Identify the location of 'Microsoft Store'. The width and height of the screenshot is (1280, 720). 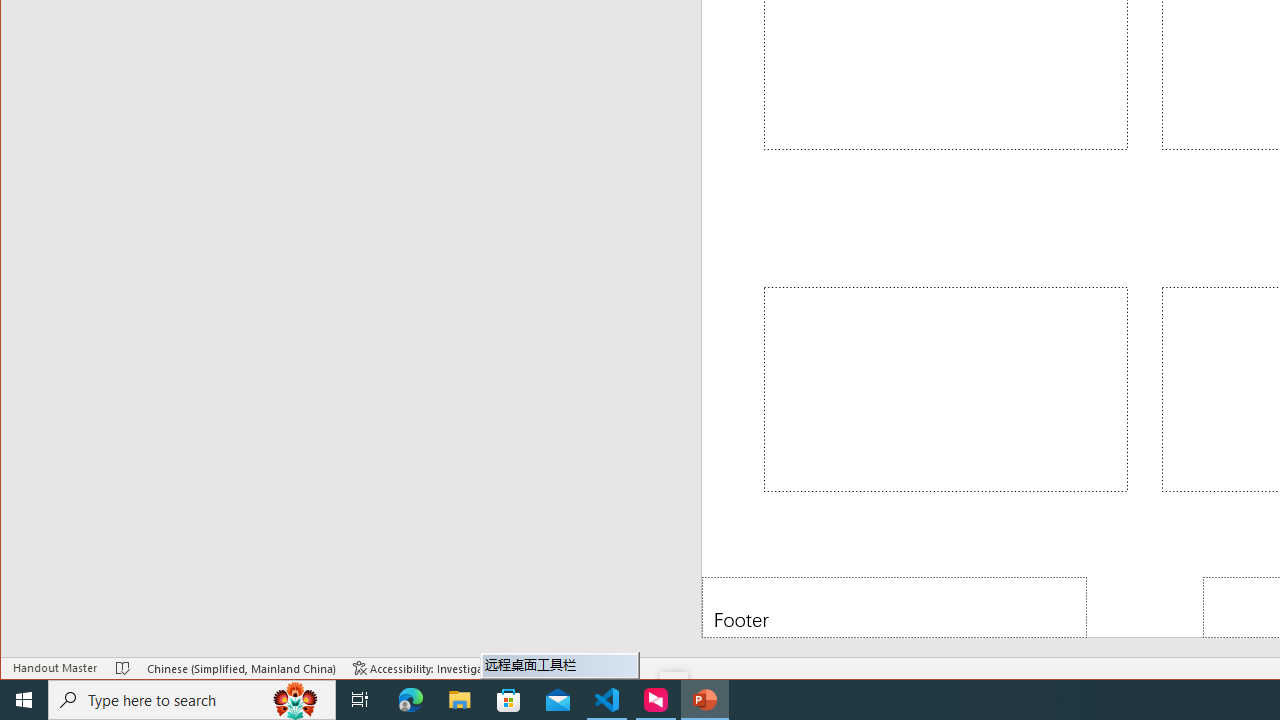
(509, 698).